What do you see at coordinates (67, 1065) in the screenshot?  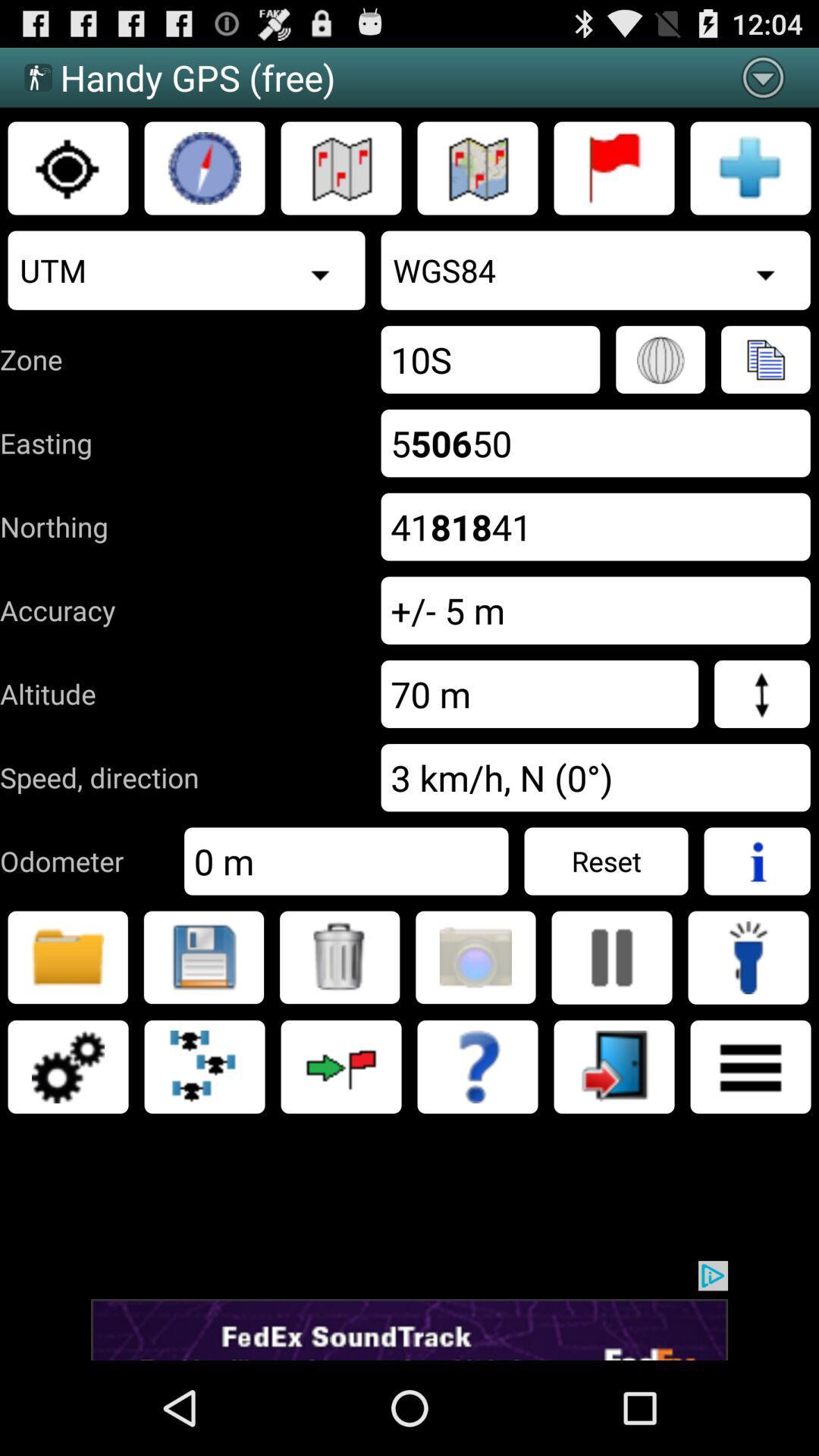 I see `options` at bounding box center [67, 1065].